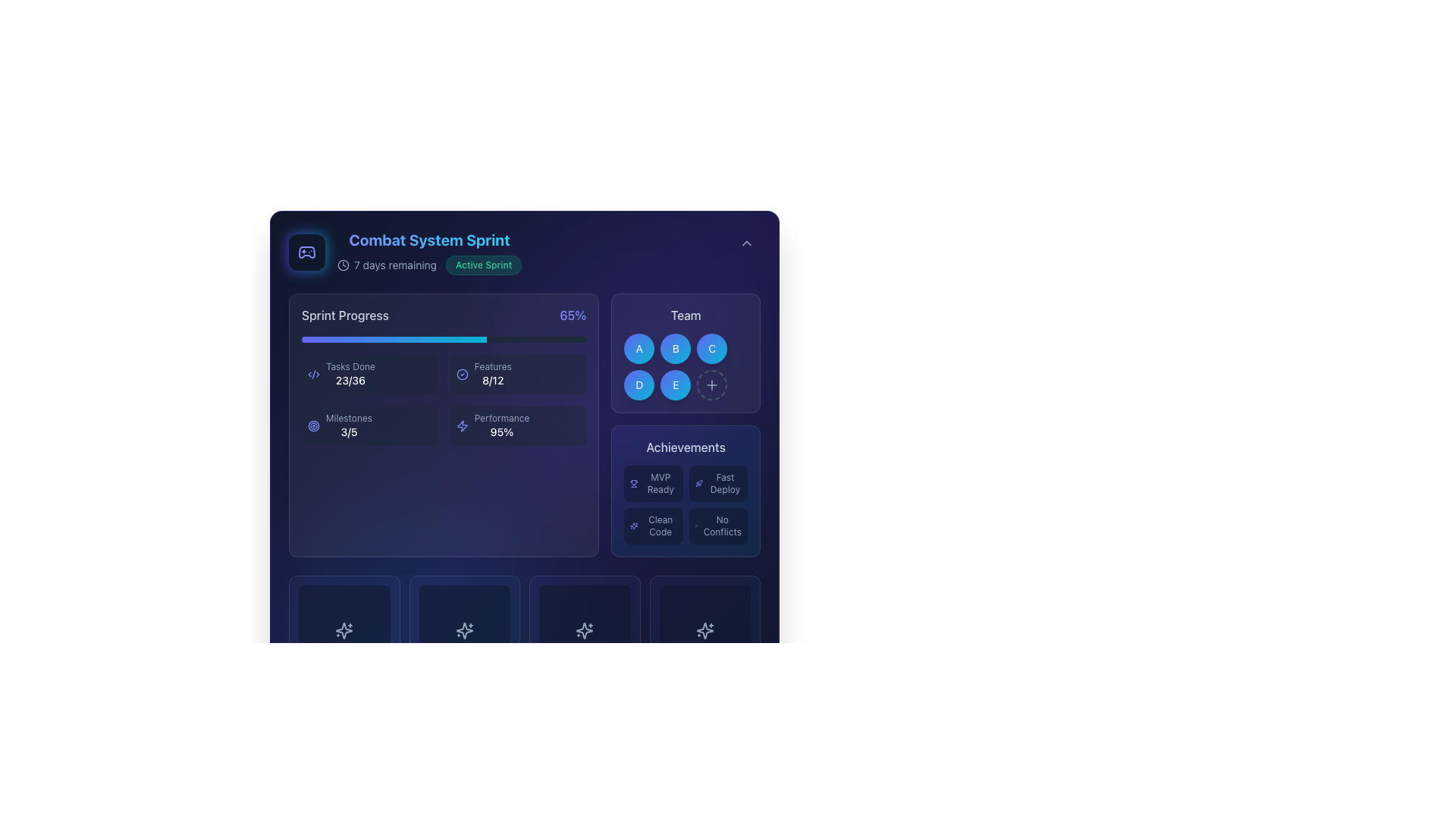 The image size is (1456, 819). Describe the element at coordinates (350, 374) in the screenshot. I see `the text display that shows the progress of tasks in the 'Sprint Progress' module, located in the top-left card of the grid` at that location.